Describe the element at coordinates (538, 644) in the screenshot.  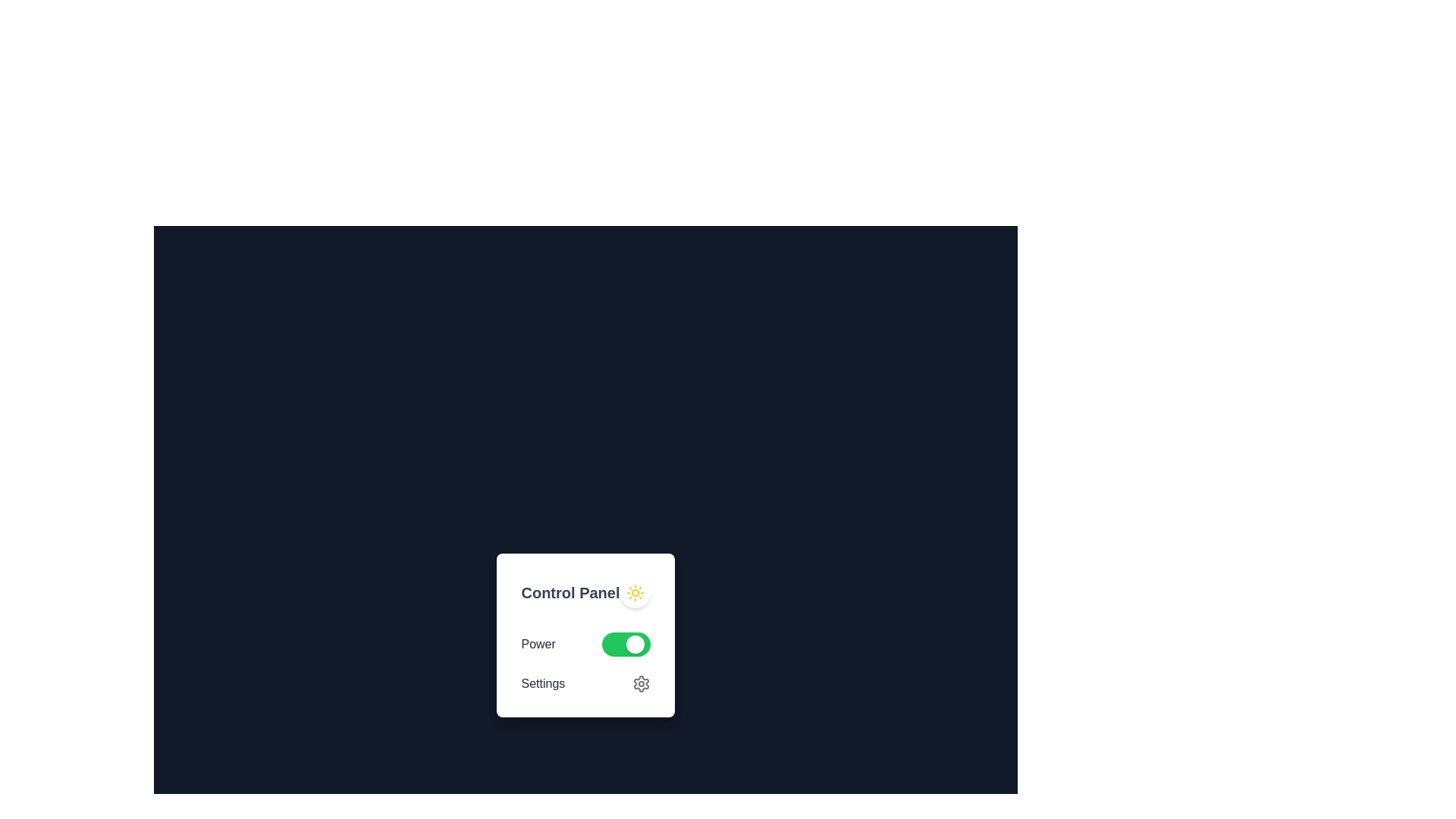
I see `the 'Power' label text, which is positioned to the left of the green toggle switch in the control panel interface` at that location.